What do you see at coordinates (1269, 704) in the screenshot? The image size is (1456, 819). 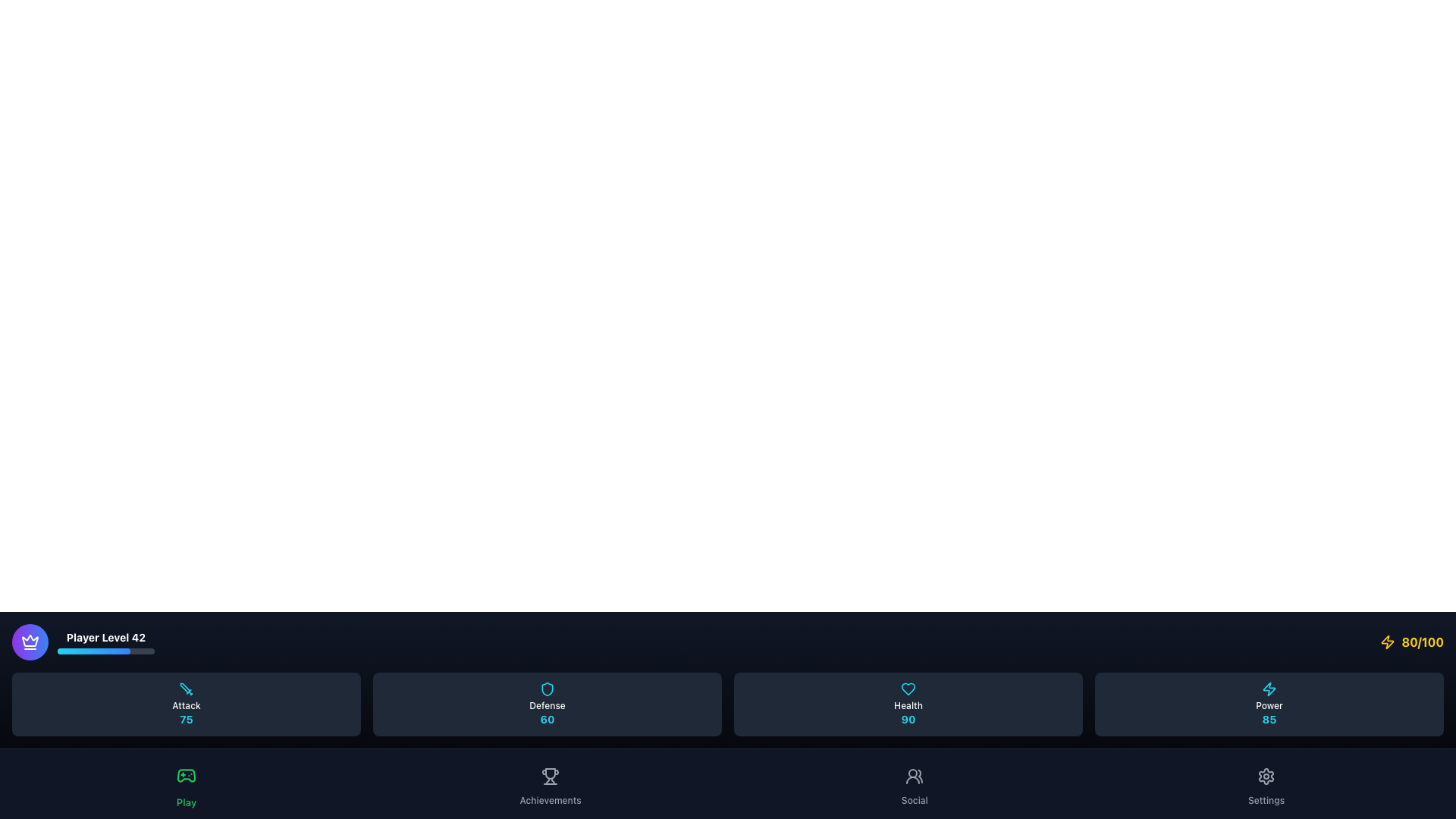 I see `the content of the fourth card from the left, which displays a cyan lightning bolt icon, the title 'Power' in white text, and the value '85' in cyan, all centered within a dark gray rectangular card` at bounding box center [1269, 704].